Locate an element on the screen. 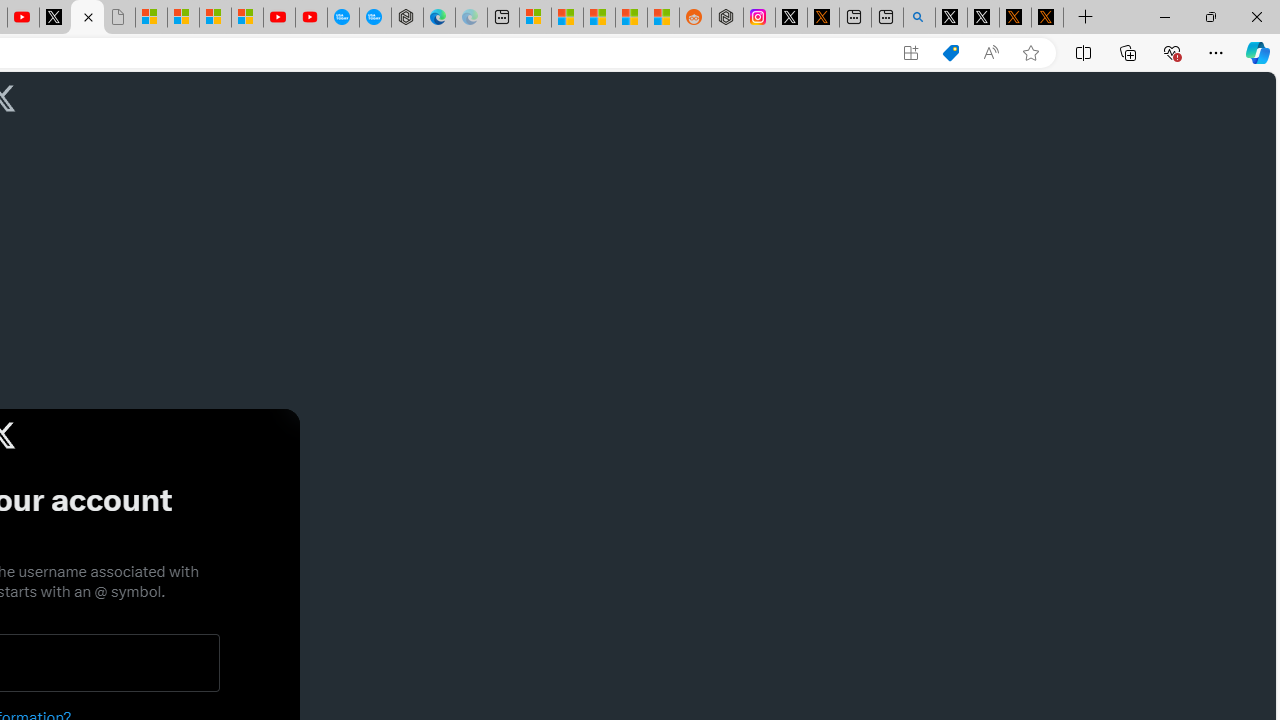 The width and height of the screenshot is (1280, 720). 'Log in to X / X' is located at coordinates (790, 17).